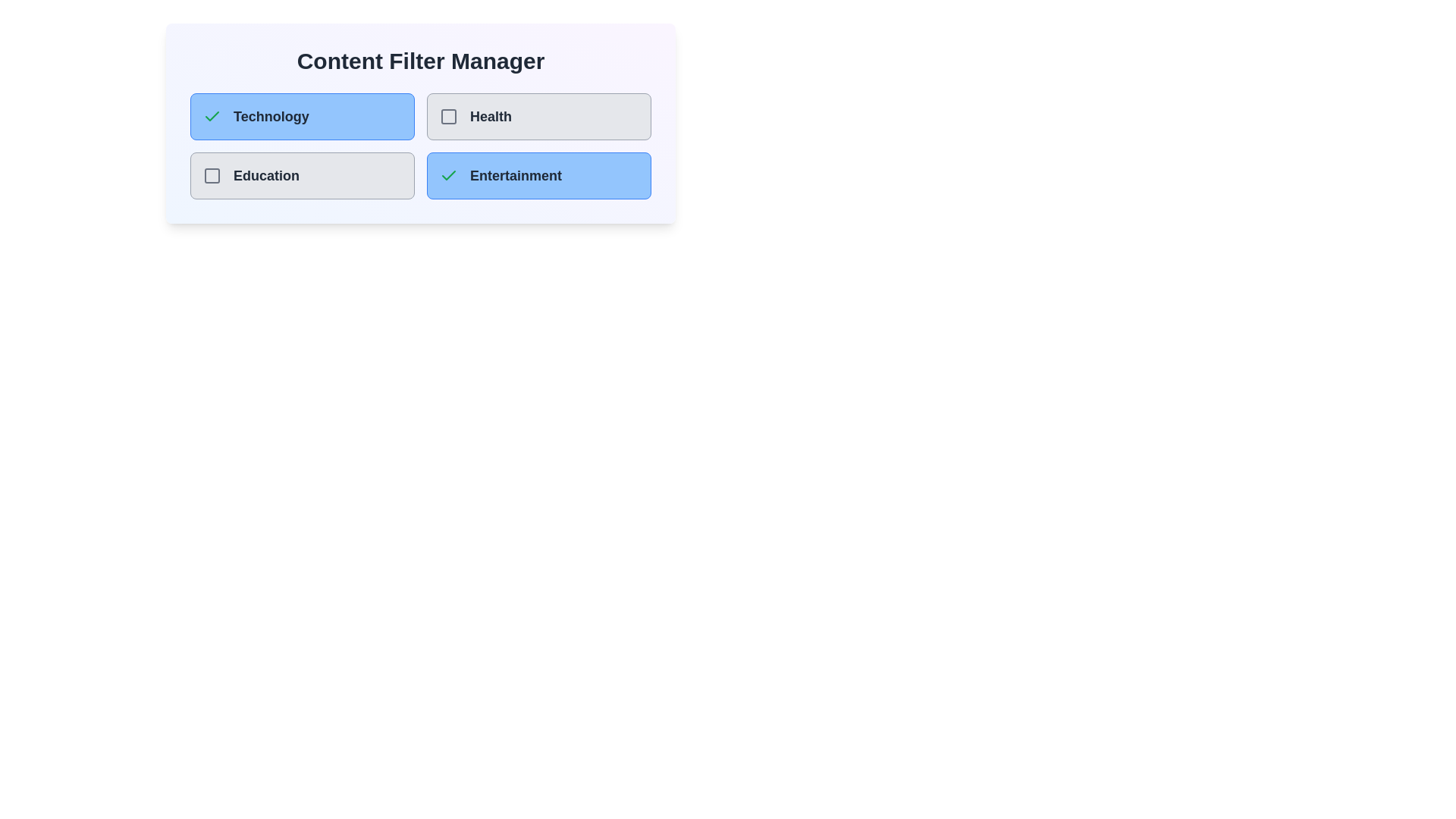 The image size is (1456, 819). I want to click on the category Technology, so click(211, 116).